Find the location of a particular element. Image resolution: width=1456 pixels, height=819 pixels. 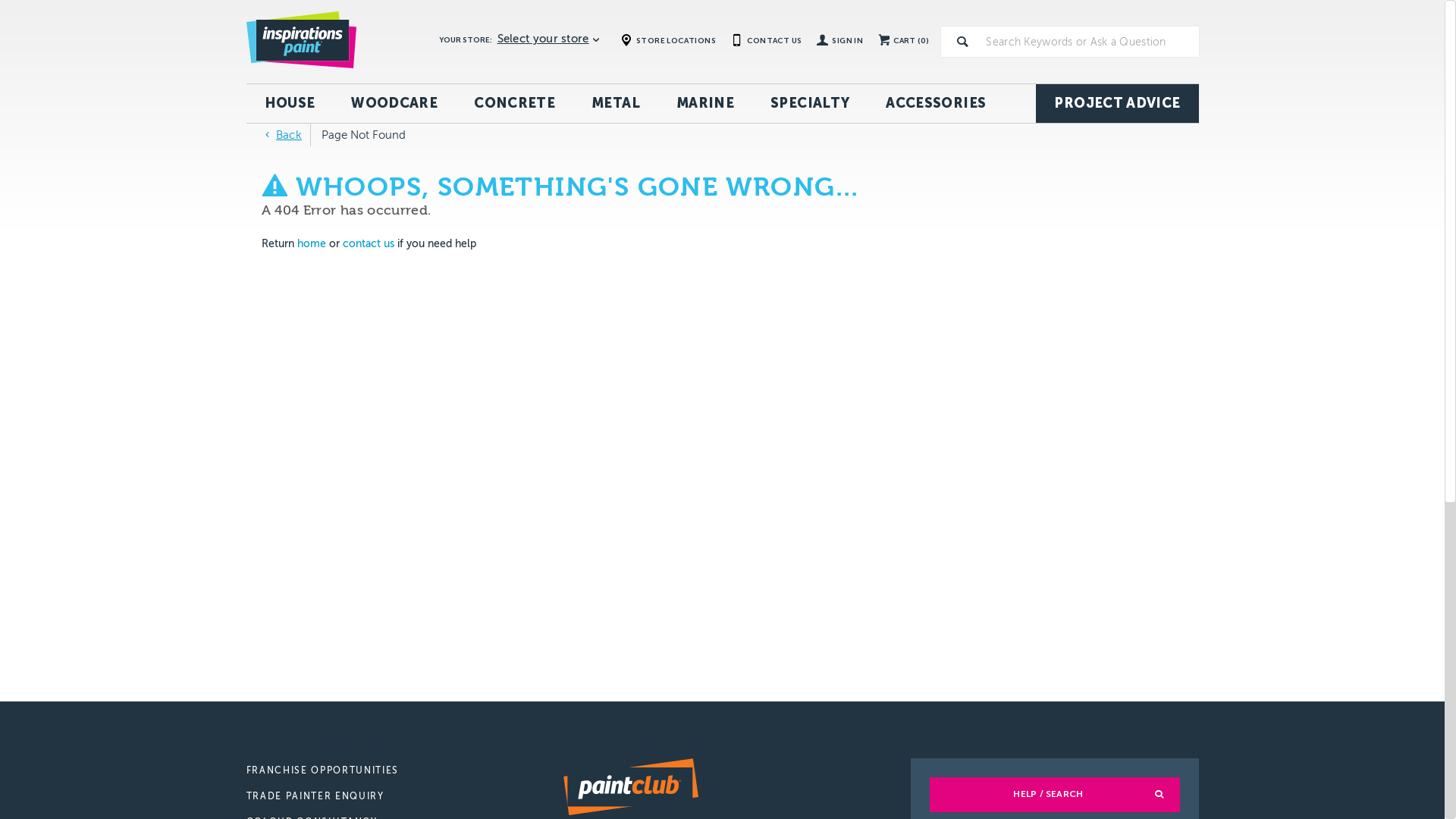

'METAL' is located at coordinates (615, 102).